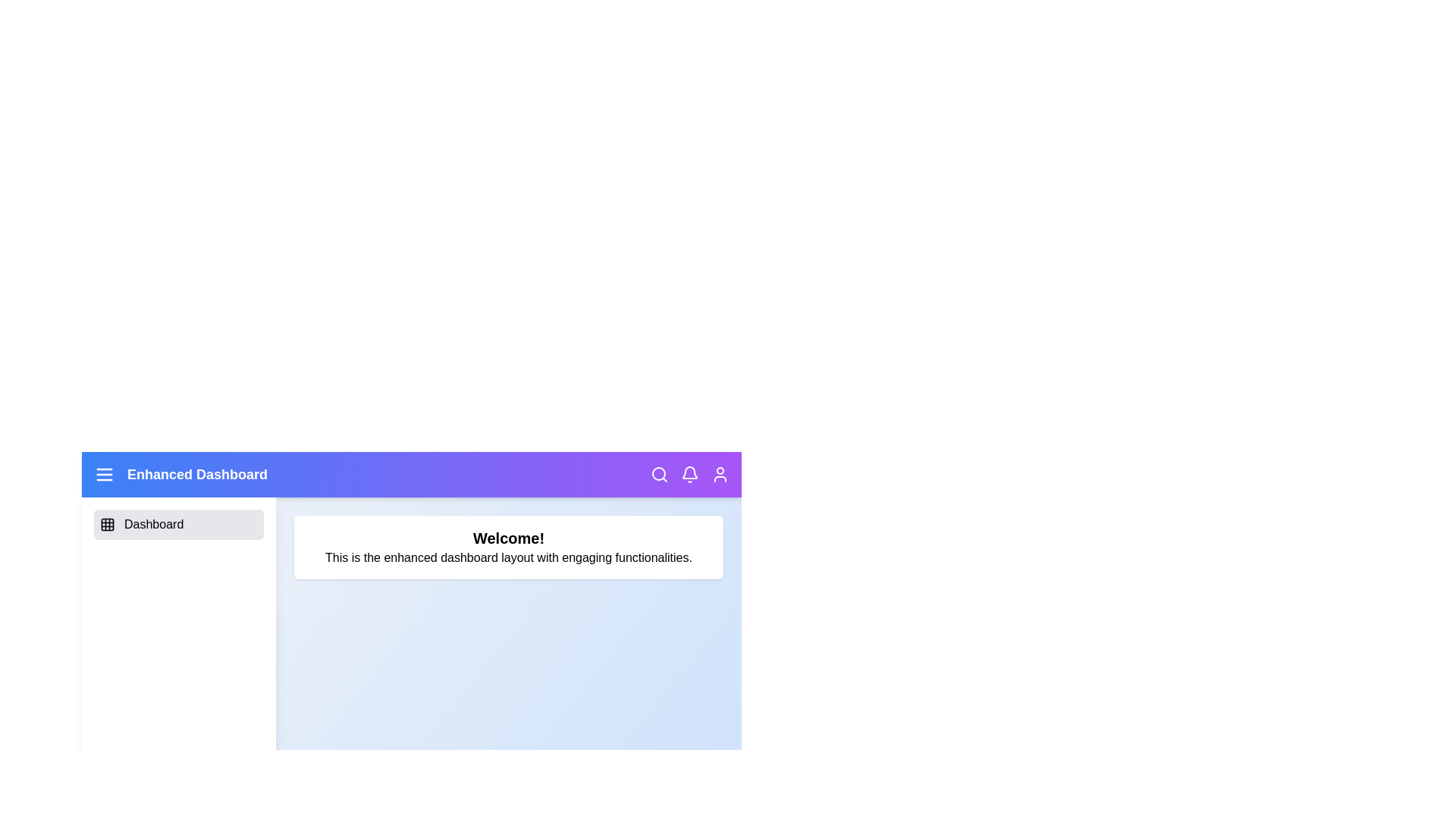  Describe the element at coordinates (178, 523) in the screenshot. I see `the 'Dashboard' menu item to select it` at that location.